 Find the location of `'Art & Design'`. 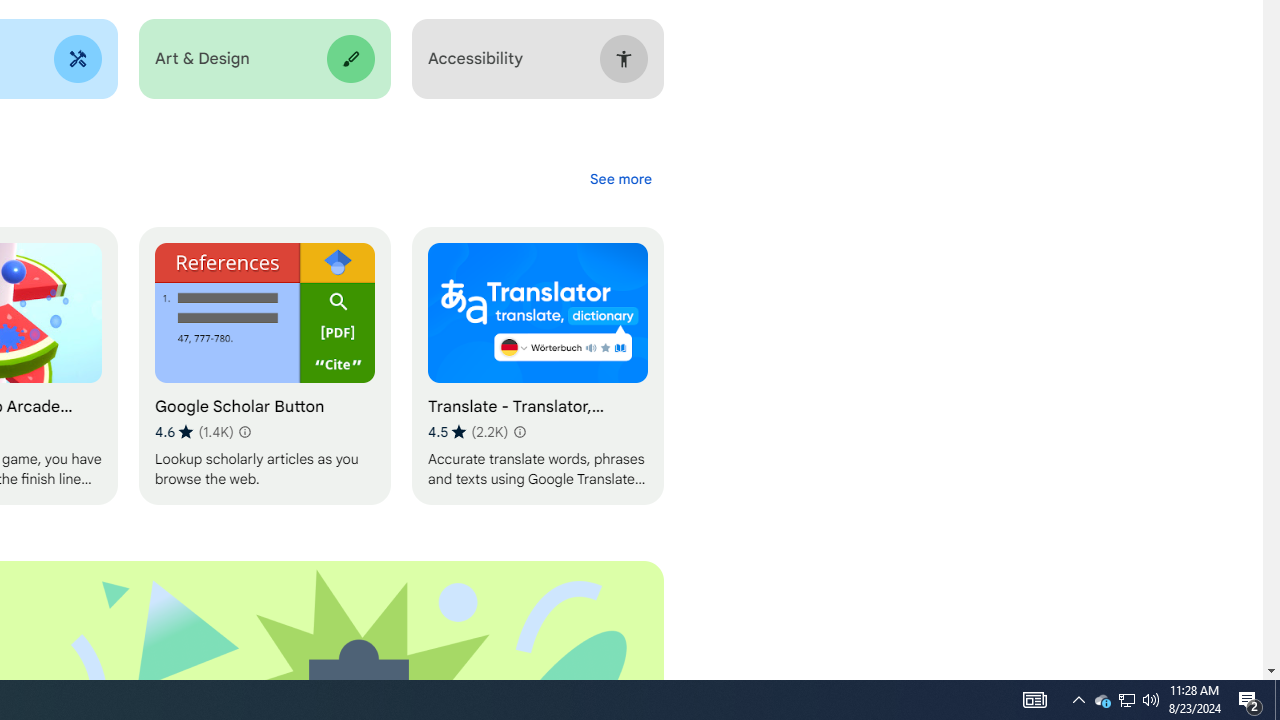

'Art & Design' is located at coordinates (263, 58).